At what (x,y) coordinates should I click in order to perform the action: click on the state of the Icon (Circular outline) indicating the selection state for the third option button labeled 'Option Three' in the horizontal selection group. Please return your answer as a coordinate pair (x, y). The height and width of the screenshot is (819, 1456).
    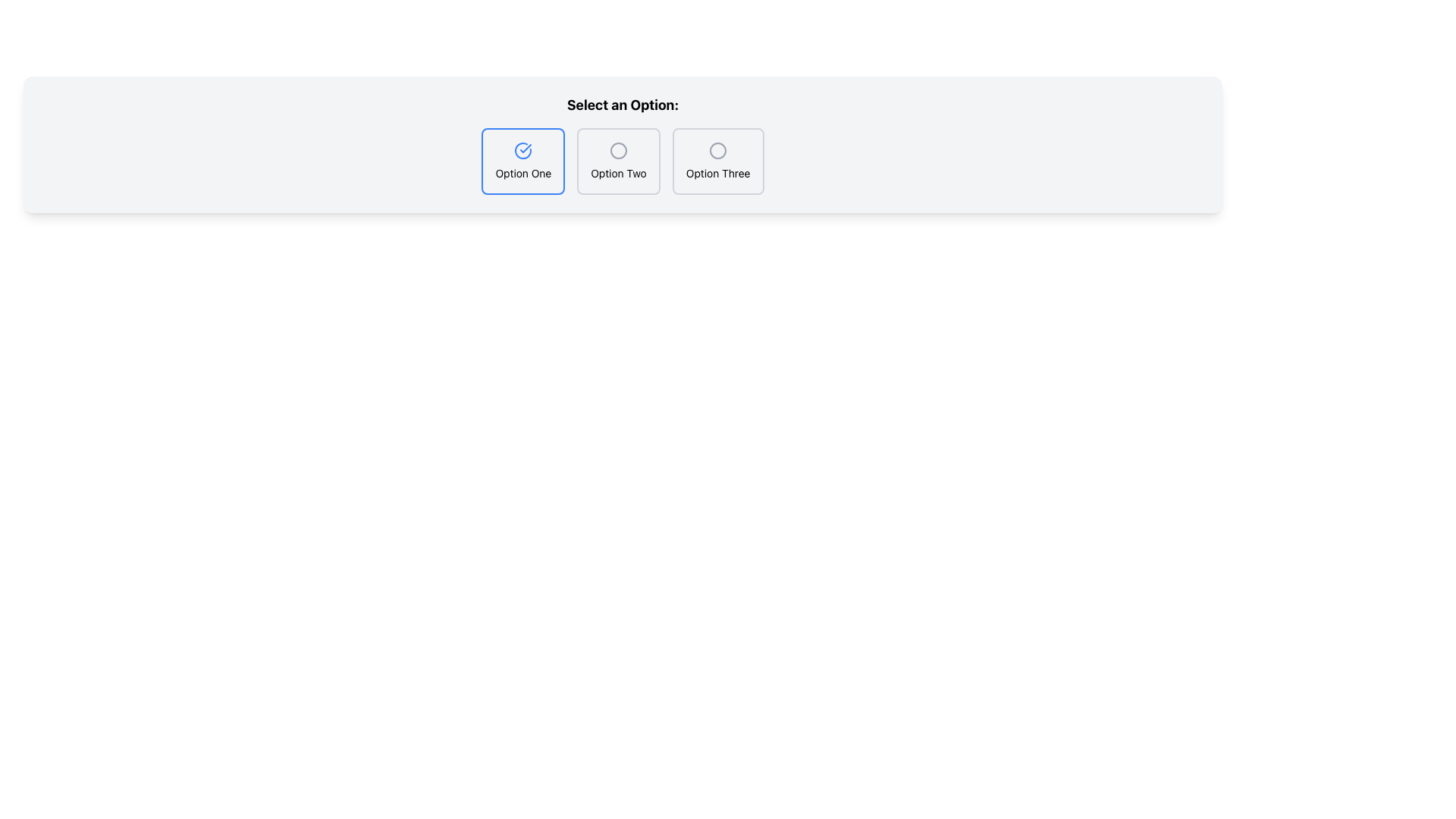
    Looking at the image, I should click on (717, 151).